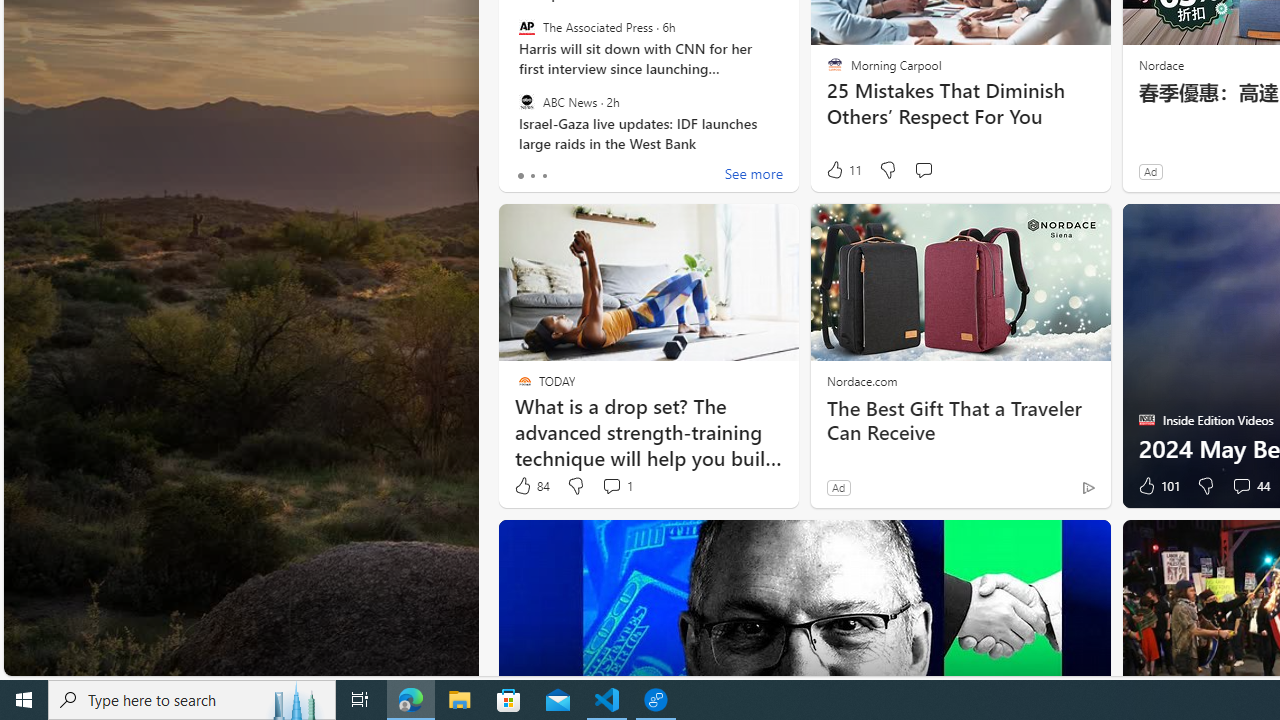  What do you see at coordinates (610, 486) in the screenshot?
I see `'View comments 1 Comment'` at bounding box center [610, 486].